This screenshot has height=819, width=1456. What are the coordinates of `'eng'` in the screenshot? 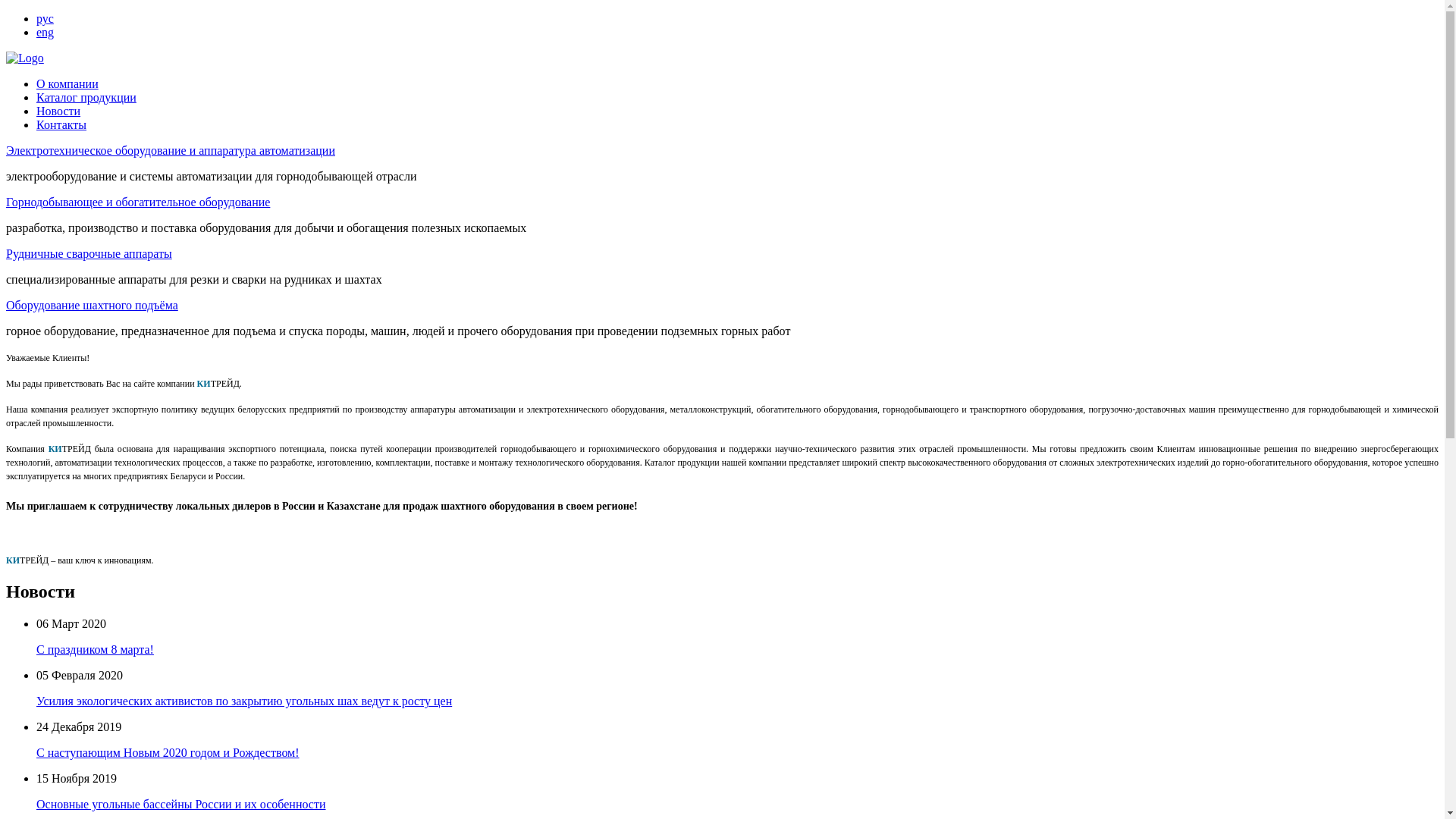 It's located at (36, 32).